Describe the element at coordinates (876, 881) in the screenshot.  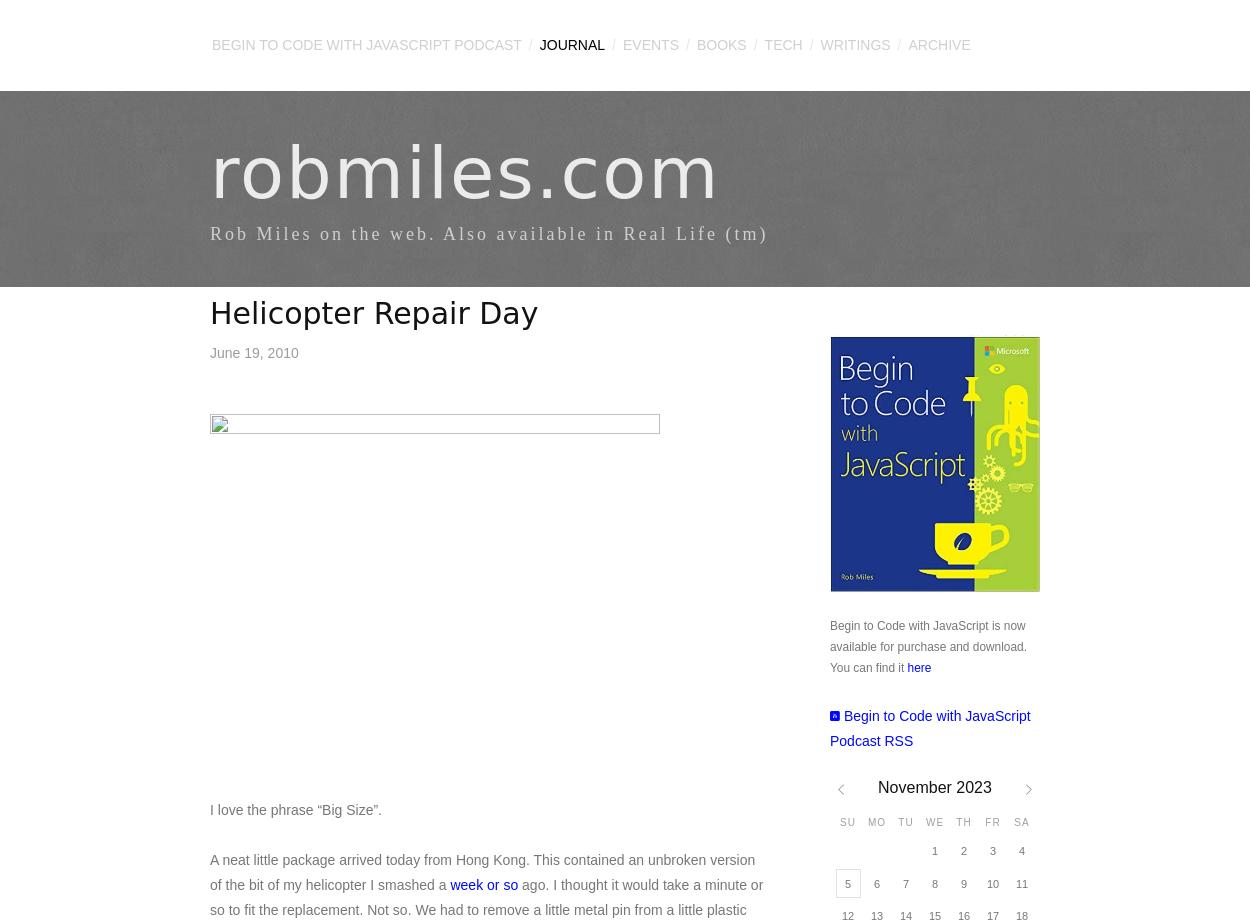
I see `'6'` at that location.